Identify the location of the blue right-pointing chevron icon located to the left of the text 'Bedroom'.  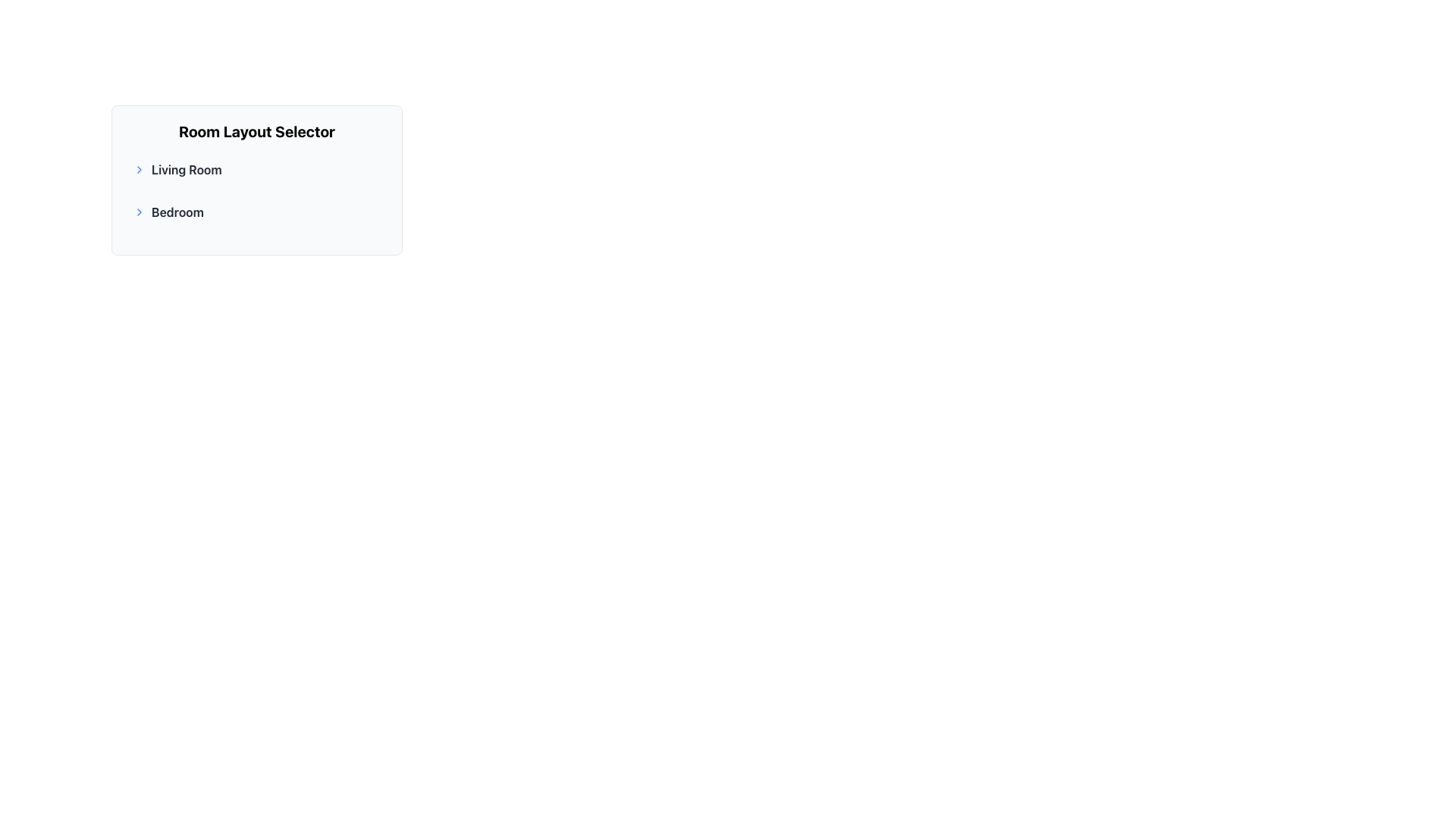
(139, 212).